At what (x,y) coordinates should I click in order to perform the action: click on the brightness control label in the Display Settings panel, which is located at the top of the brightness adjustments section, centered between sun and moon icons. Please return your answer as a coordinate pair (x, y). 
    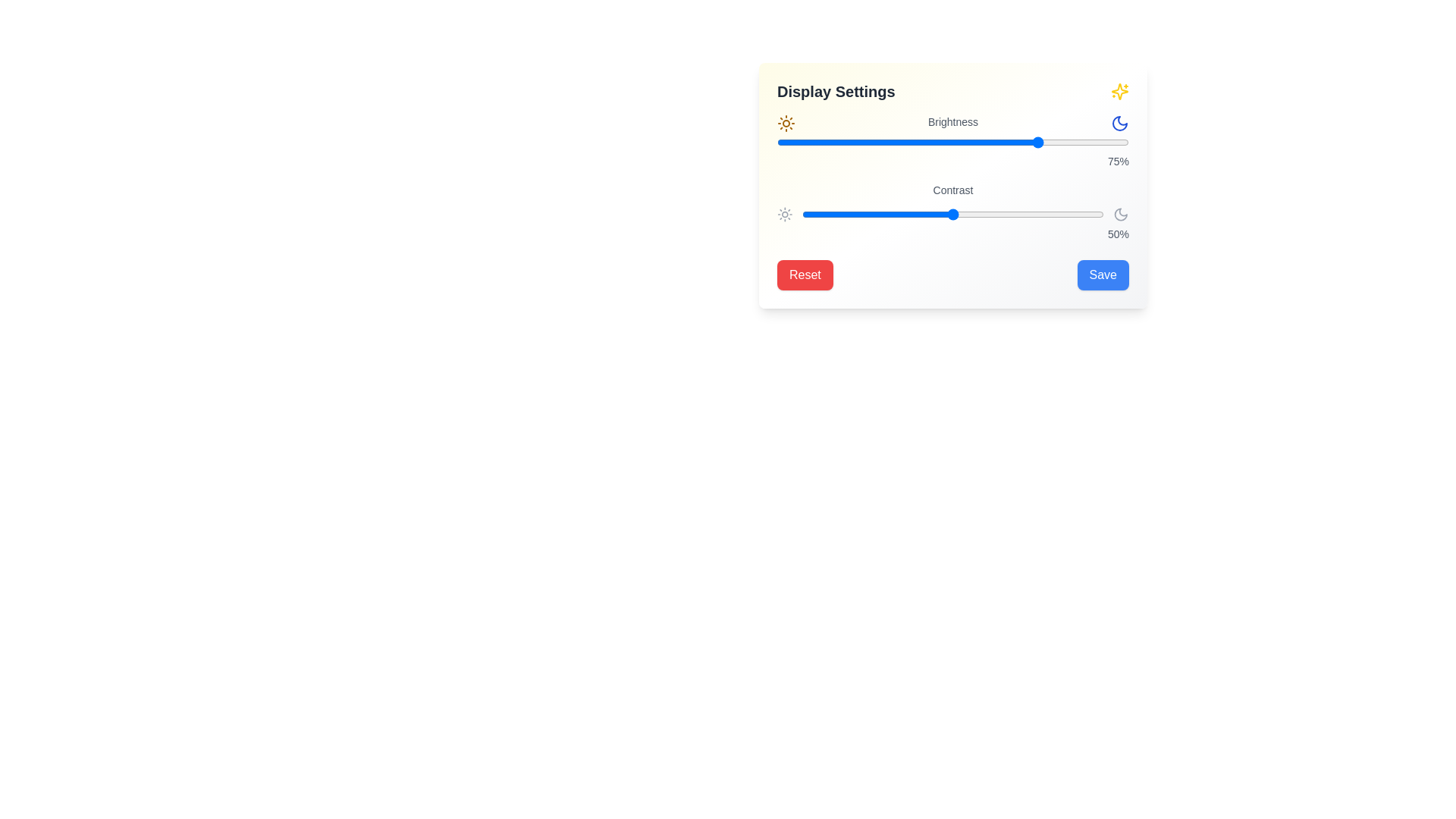
    Looking at the image, I should click on (952, 122).